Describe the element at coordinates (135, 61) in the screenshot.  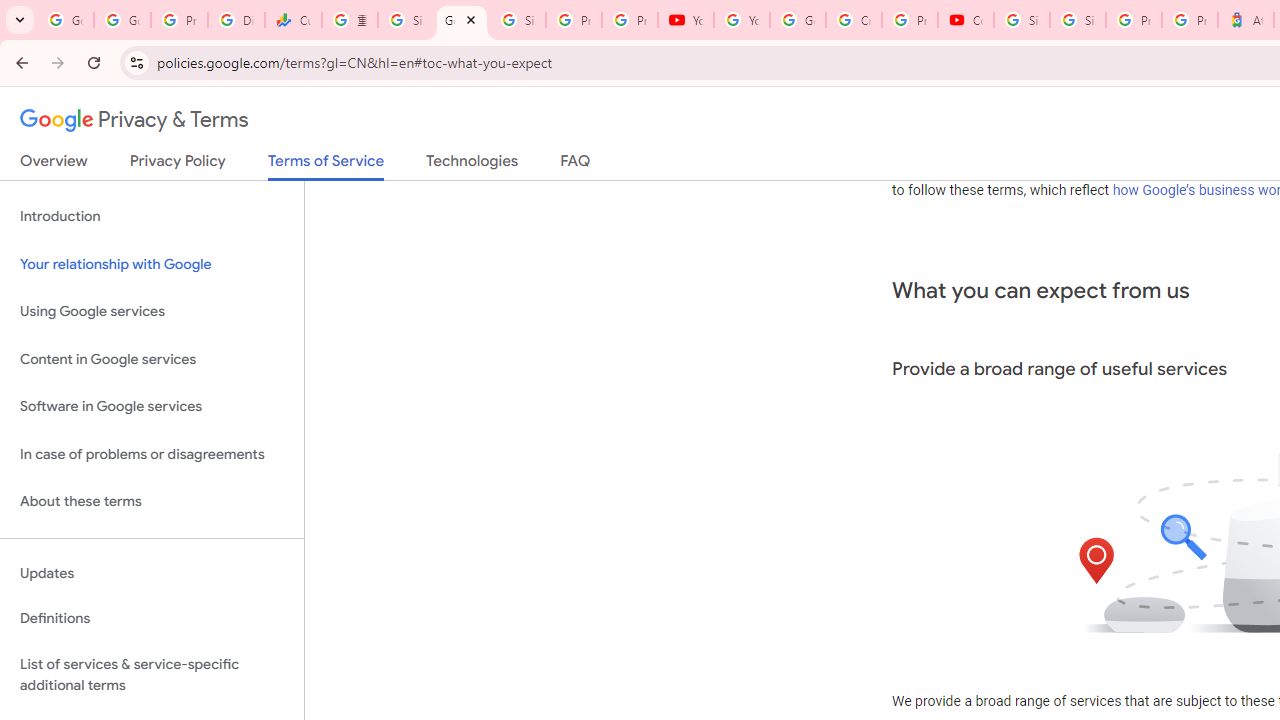
I see `'View site information'` at that location.